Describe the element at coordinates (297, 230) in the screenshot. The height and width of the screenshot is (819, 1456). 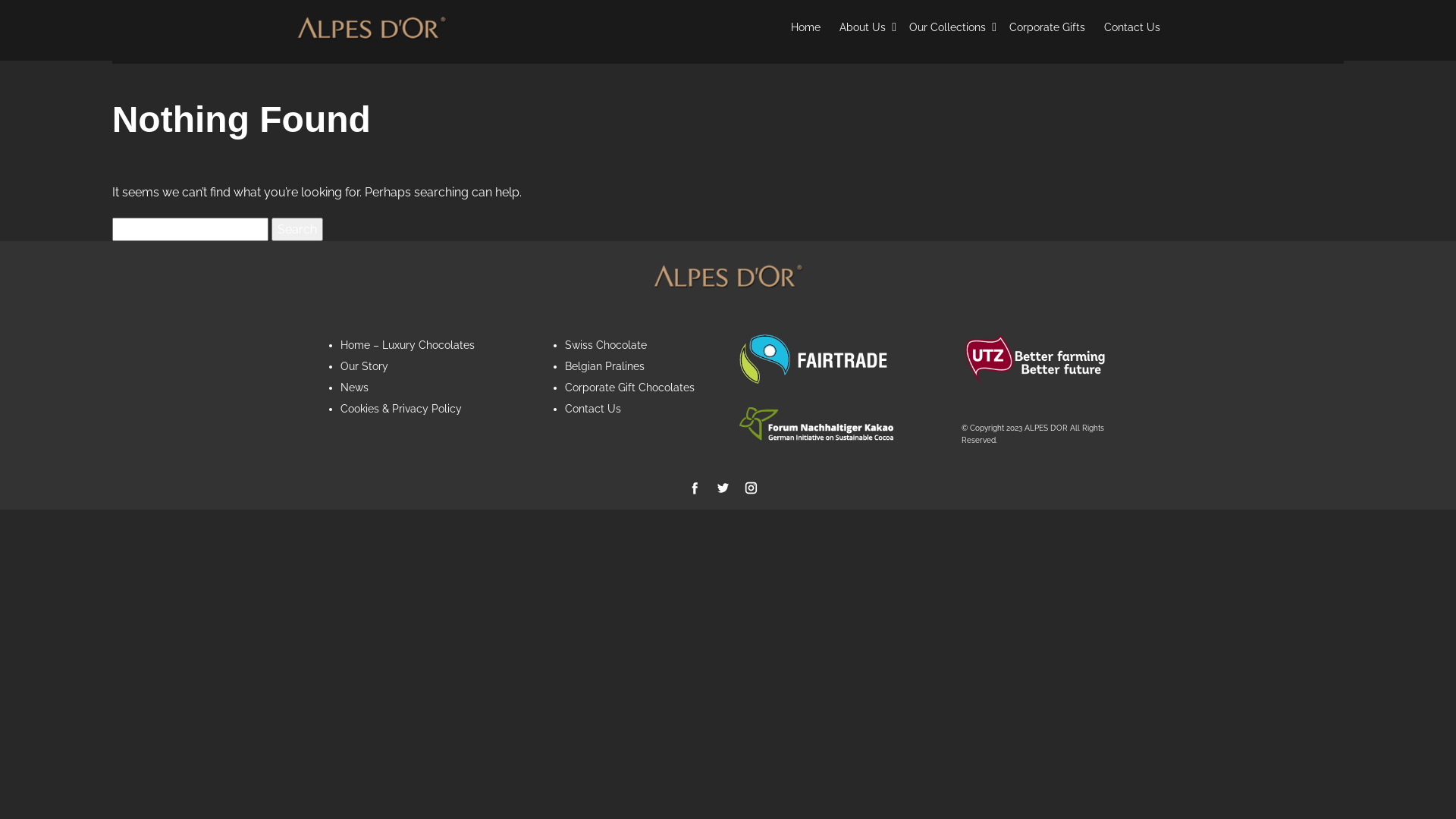
I see `'Search'` at that location.